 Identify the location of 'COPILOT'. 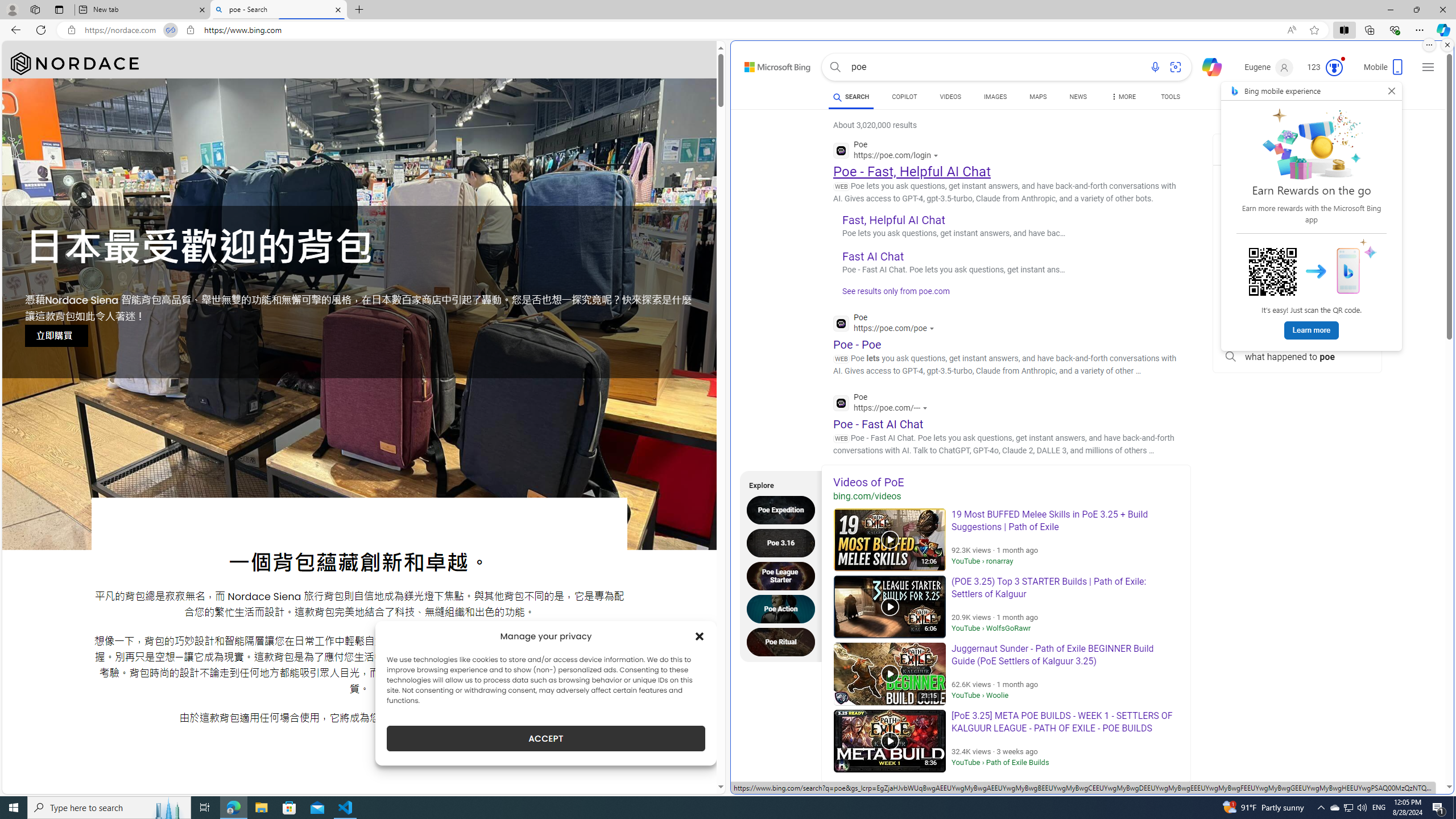
(904, 96).